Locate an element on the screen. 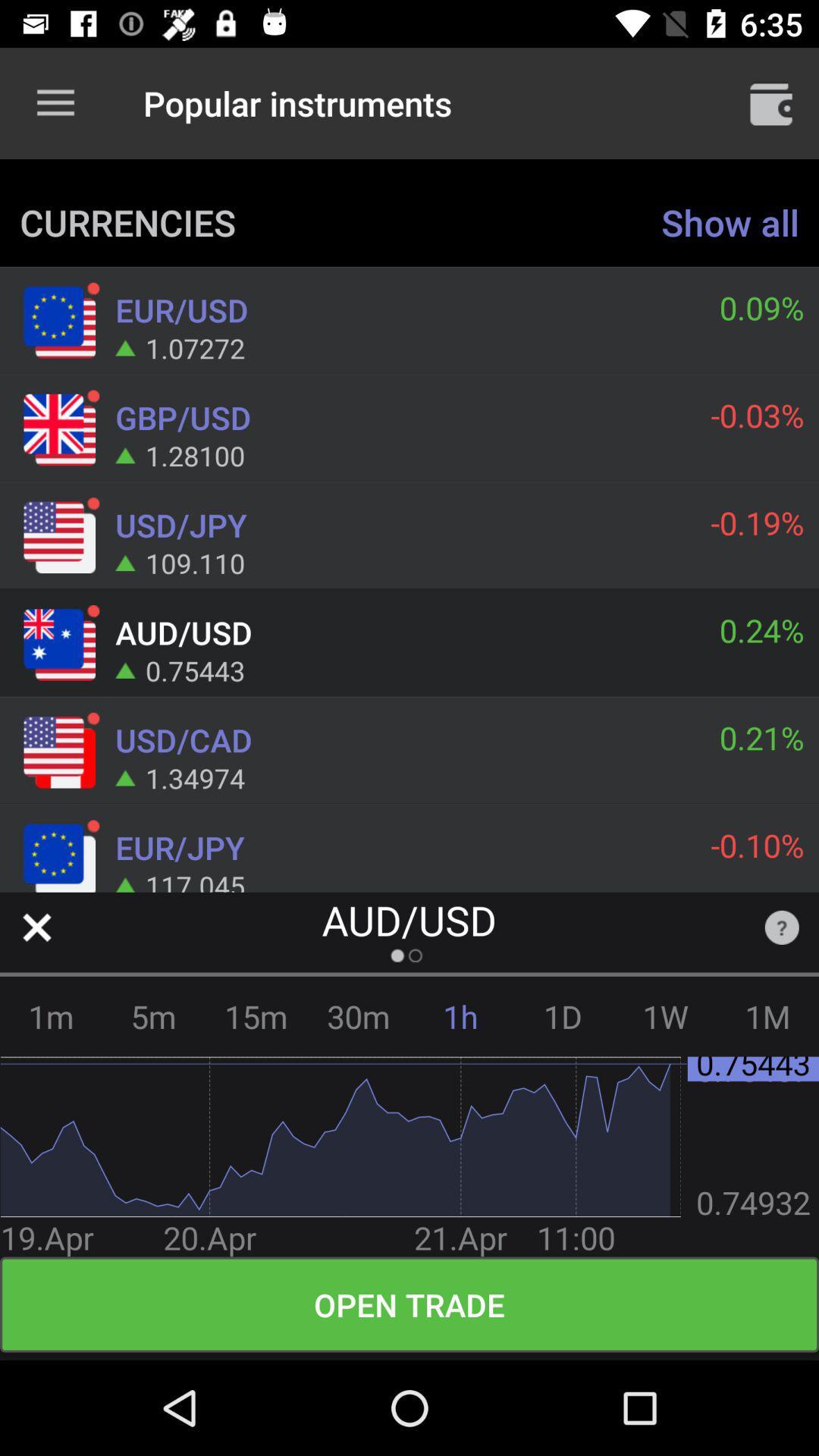 The image size is (819, 1456). the app next to popular instruments item is located at coordinates (771, 102).